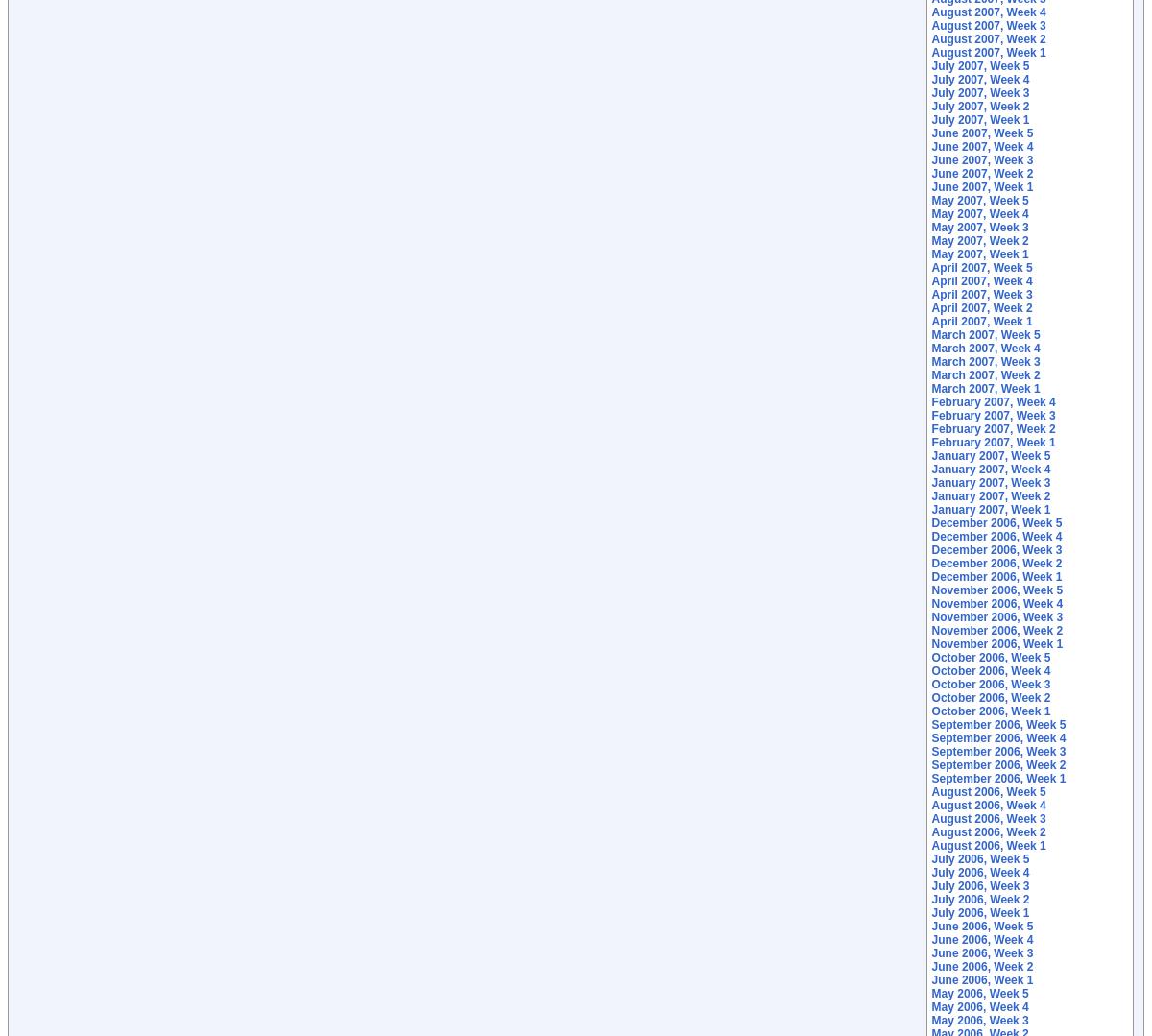  I want to click on 'February 2007, Week 4', so click(930, 401).